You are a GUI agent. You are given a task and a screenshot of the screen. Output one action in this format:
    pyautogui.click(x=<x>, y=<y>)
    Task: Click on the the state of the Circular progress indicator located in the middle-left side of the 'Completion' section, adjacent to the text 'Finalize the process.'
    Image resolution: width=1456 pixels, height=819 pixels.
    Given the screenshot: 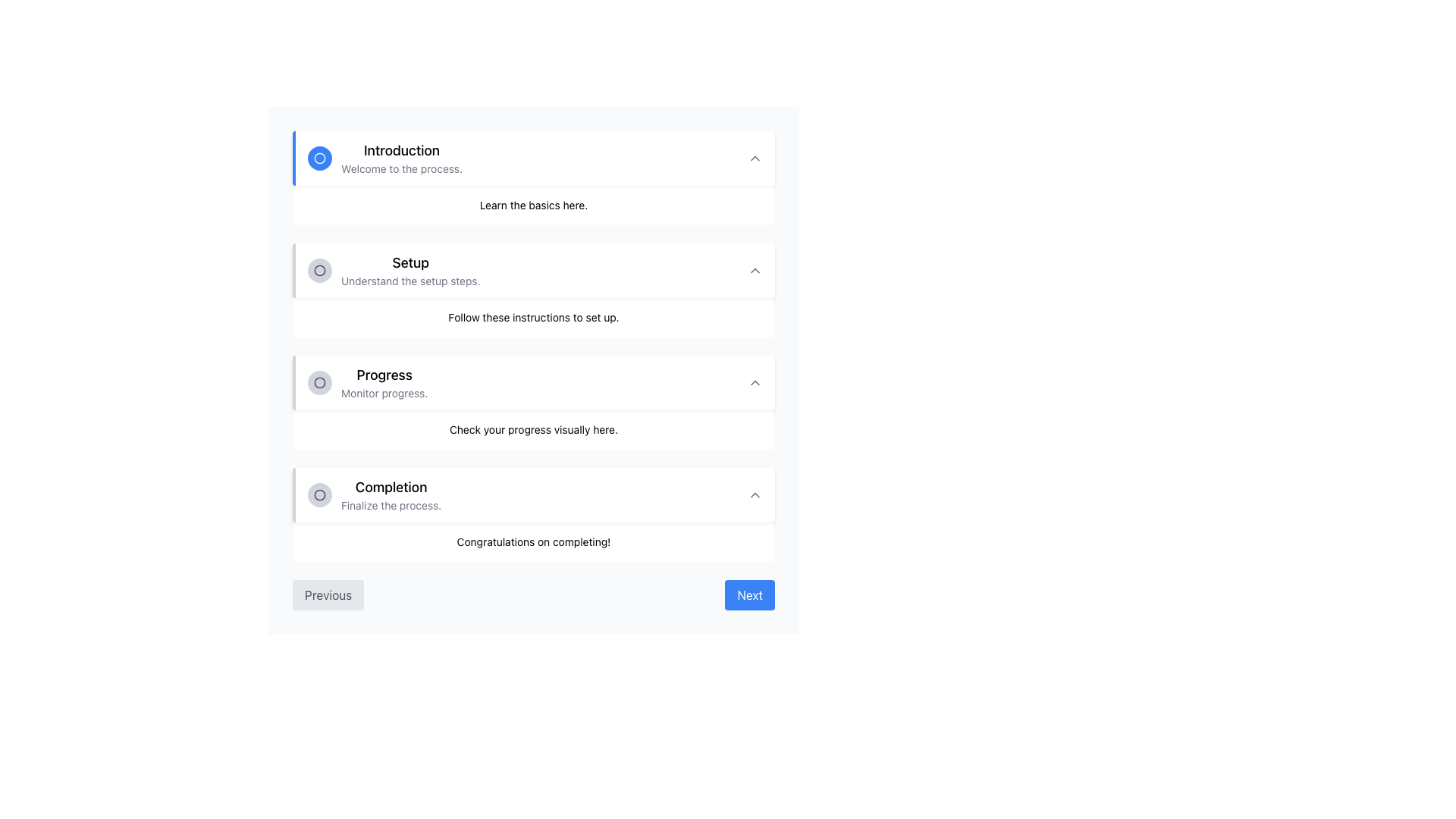 What is the action you would take?
    pyautogui.click(x=319, y=494)
    